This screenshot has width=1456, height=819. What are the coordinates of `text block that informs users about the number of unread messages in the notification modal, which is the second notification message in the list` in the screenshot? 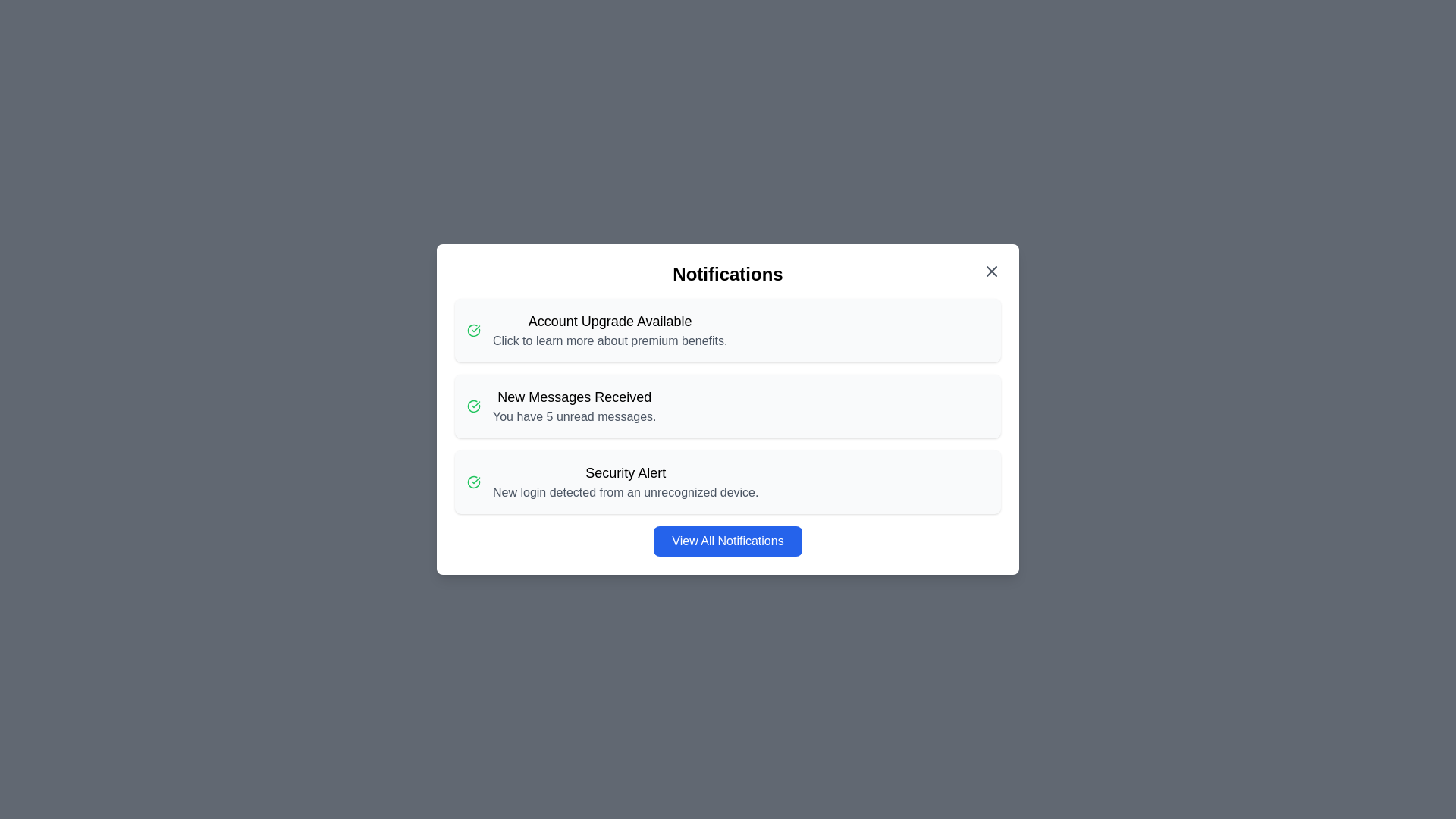 It's located at (573, 406).